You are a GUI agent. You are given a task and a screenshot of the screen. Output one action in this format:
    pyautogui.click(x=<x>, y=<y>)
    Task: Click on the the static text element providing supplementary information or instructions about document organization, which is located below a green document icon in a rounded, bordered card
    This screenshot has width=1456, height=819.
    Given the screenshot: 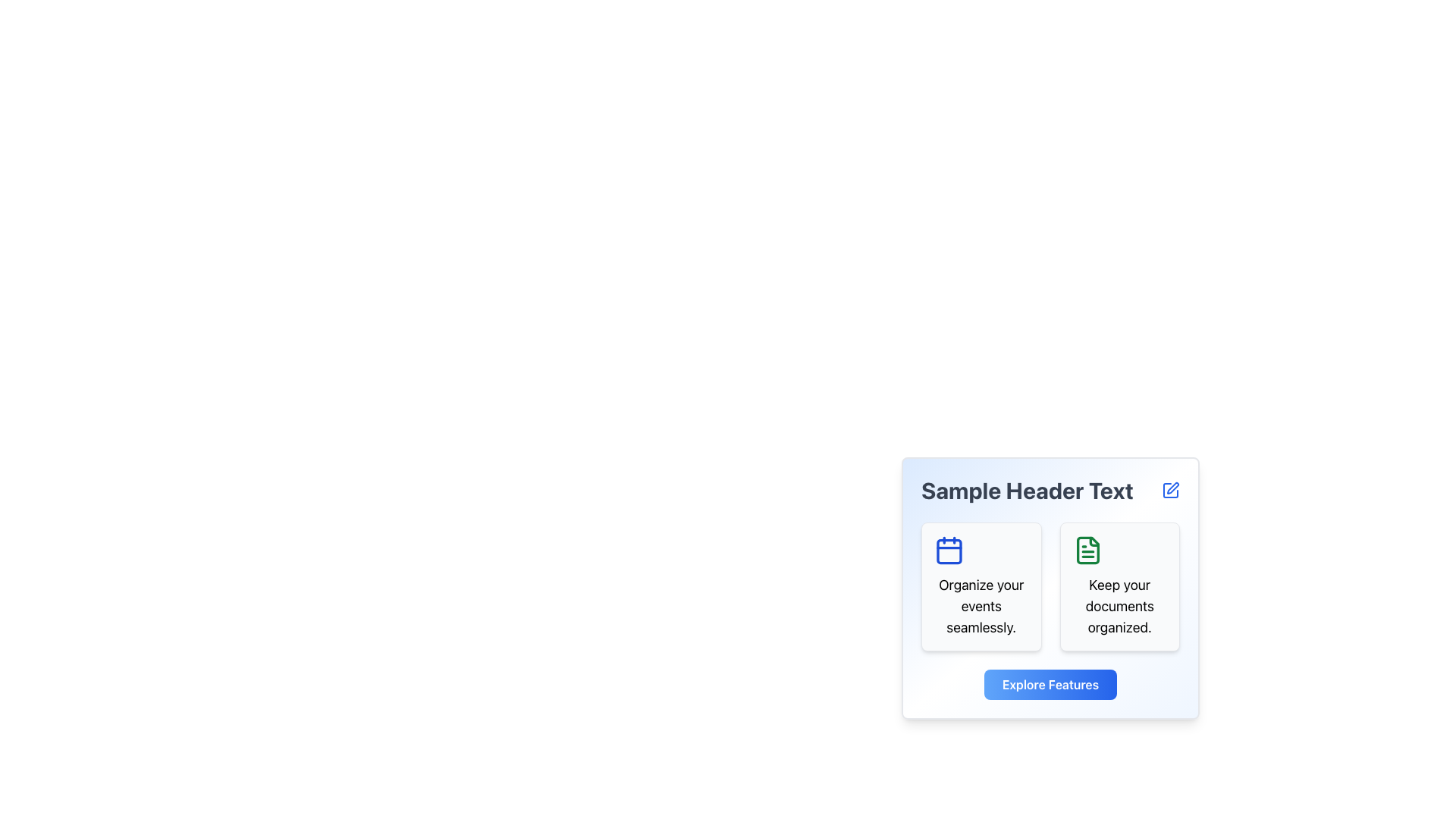 What is the action you would take?
    pyautogui.click(x=1119, y=605)
    